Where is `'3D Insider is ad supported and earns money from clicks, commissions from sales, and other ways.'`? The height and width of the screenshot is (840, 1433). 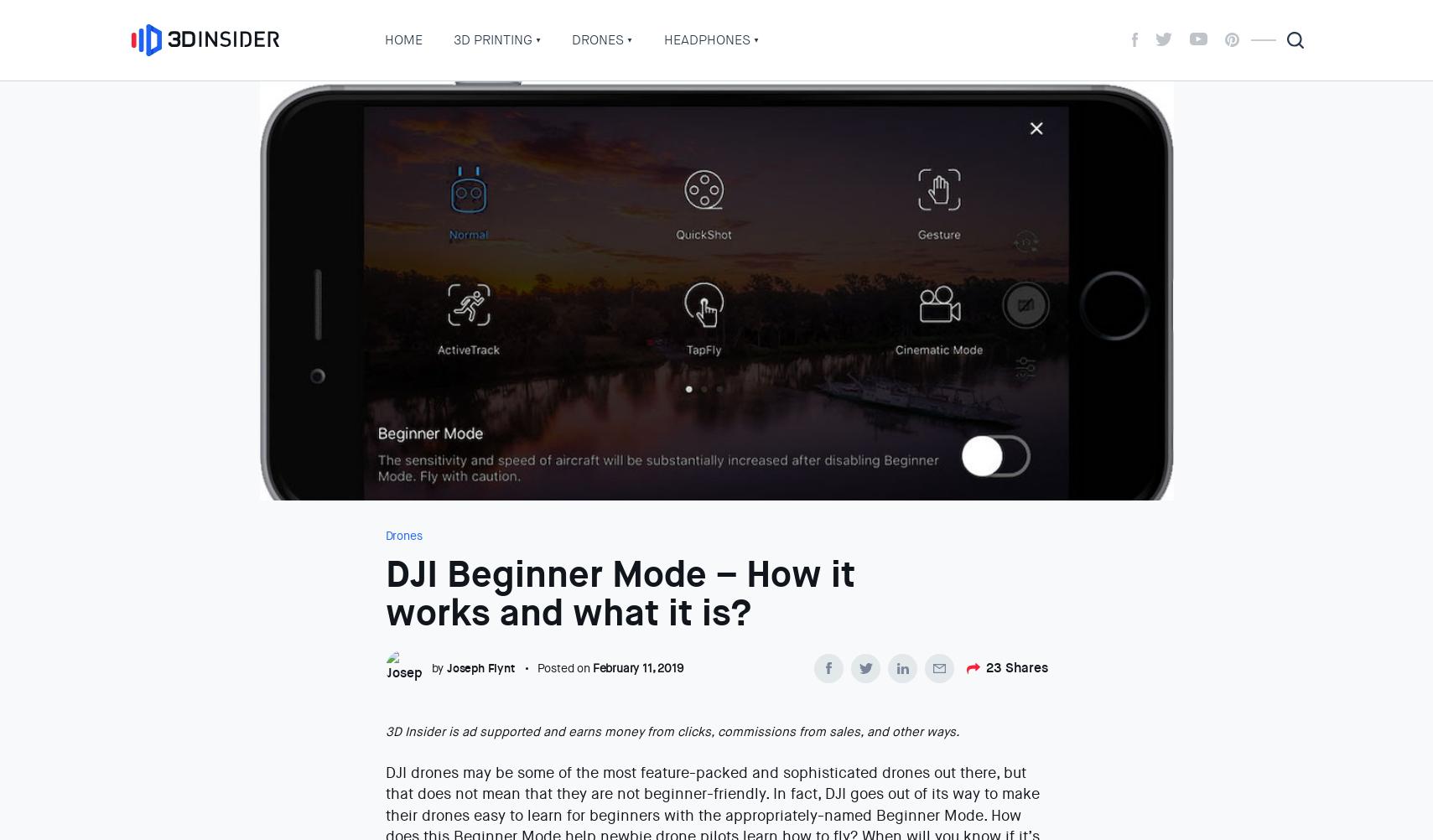
'3D Insider is ad supported and earns money from clicks, commissions from sales, and other ways.' is located at coordinates (671, 732).